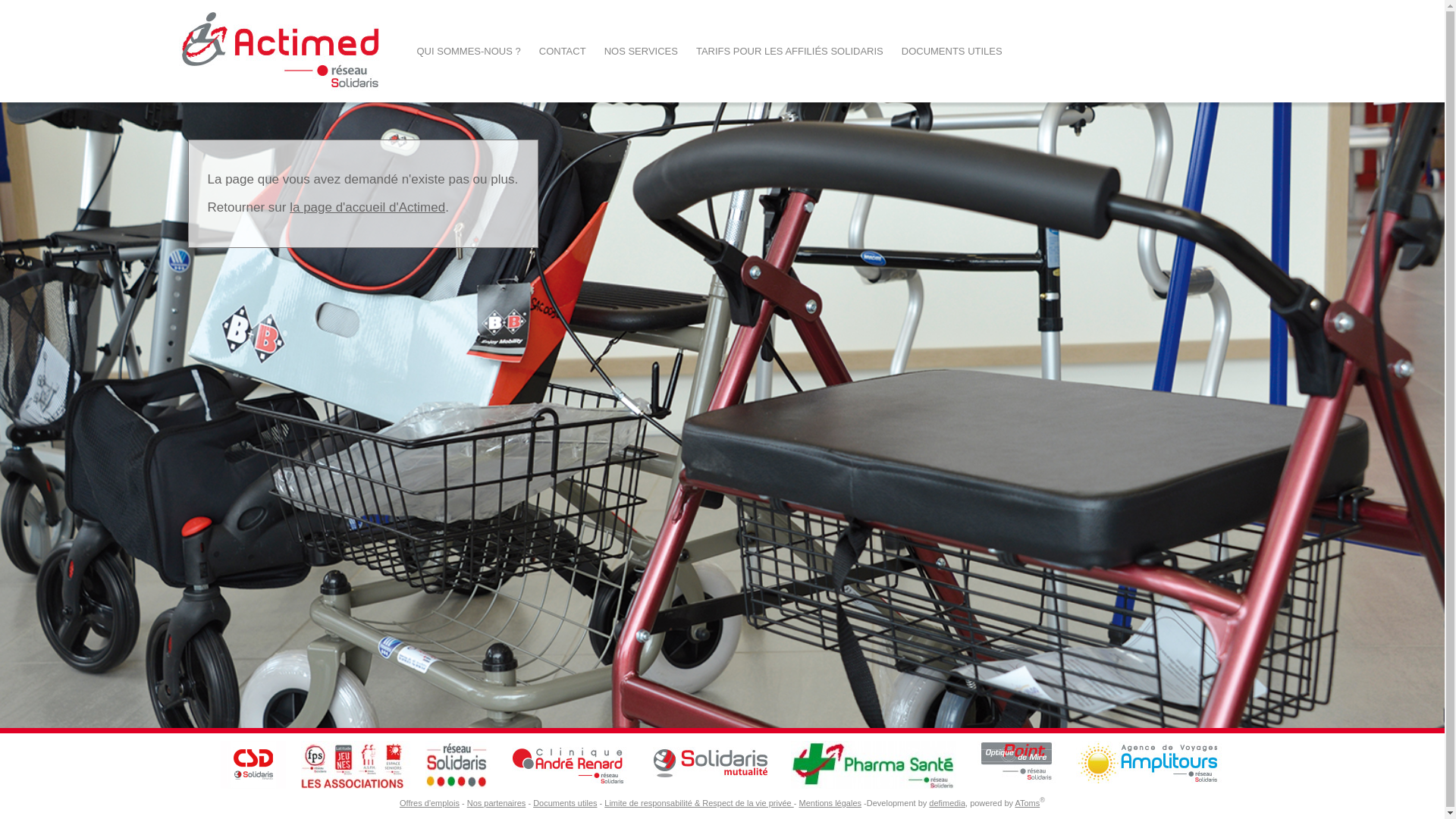 The width and height of the screenshot is (1456, 819). Describe the element at coordinates (946, 802) in the screenshot. I see `'defimedia'` at that location.